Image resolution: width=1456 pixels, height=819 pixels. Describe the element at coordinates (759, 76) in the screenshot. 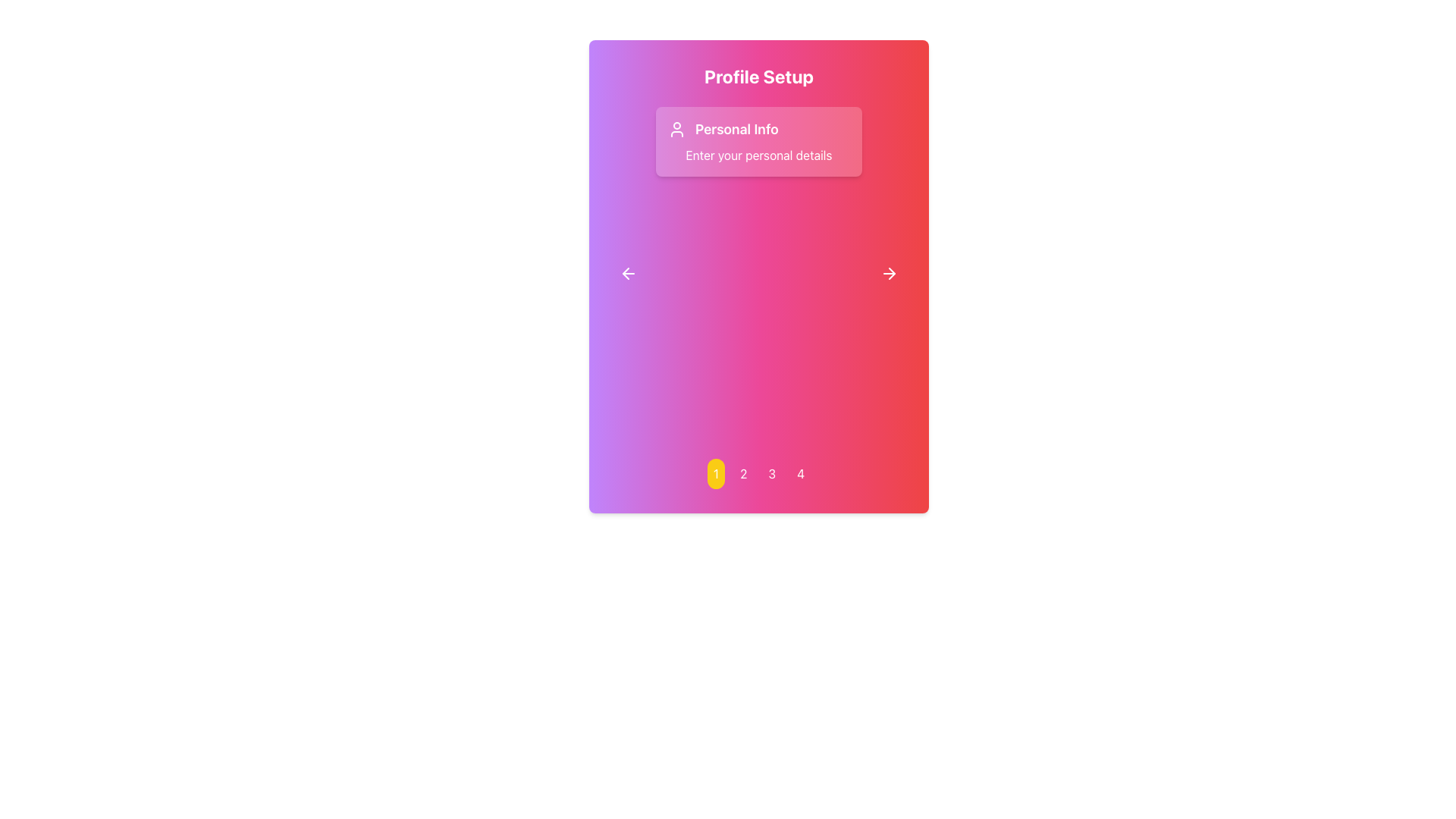

I see `the centered, bold, large text 'Profile Setup' at the top of the gradient-colored box transitioning from purple to red` at that location.